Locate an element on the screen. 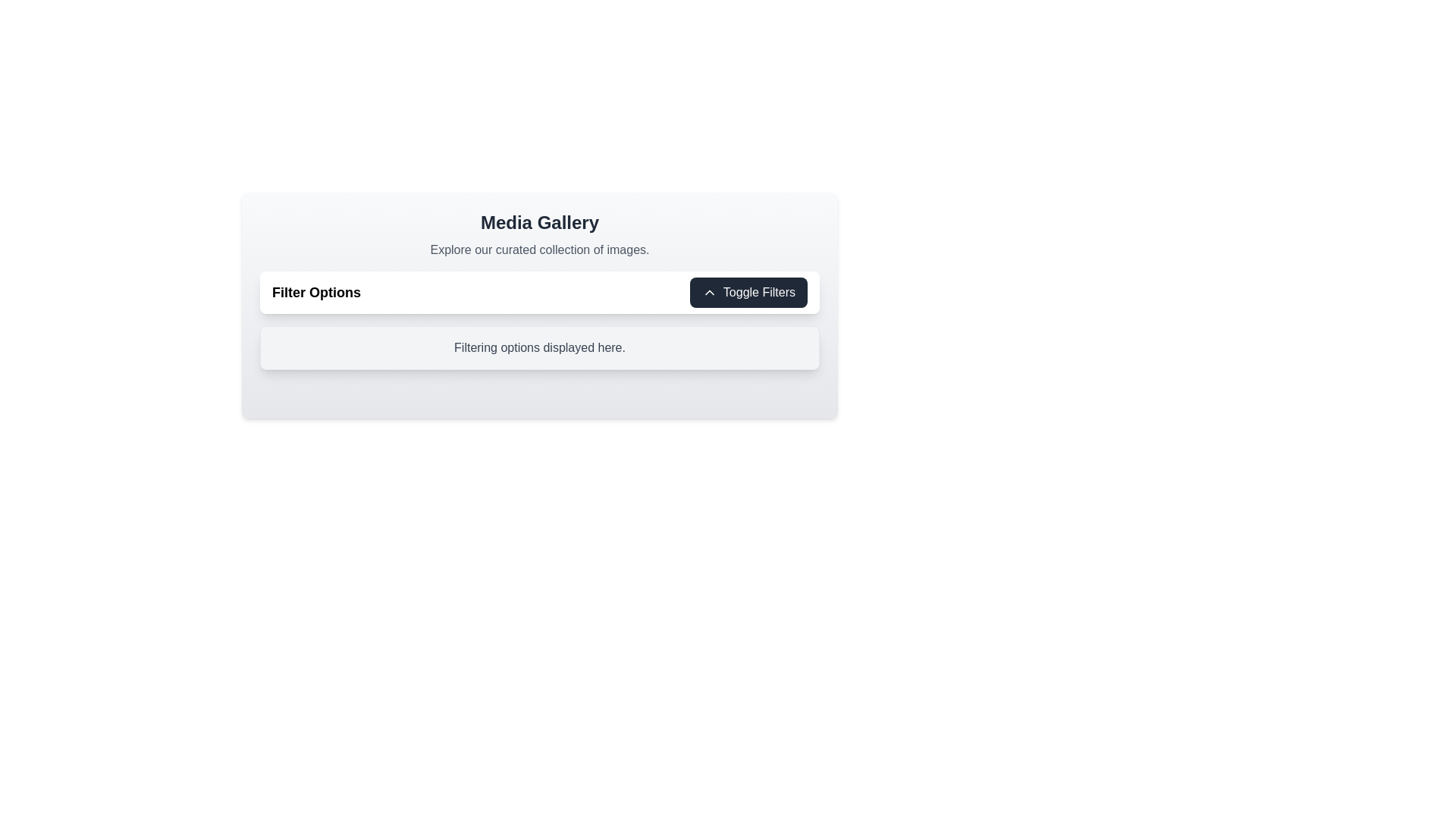  the upward-pointing chevron icon located to the left of the 'Toggle Filters' text within the button in the top-right corner of the 'Media Gallery' area is located at coordinates (708, 292).